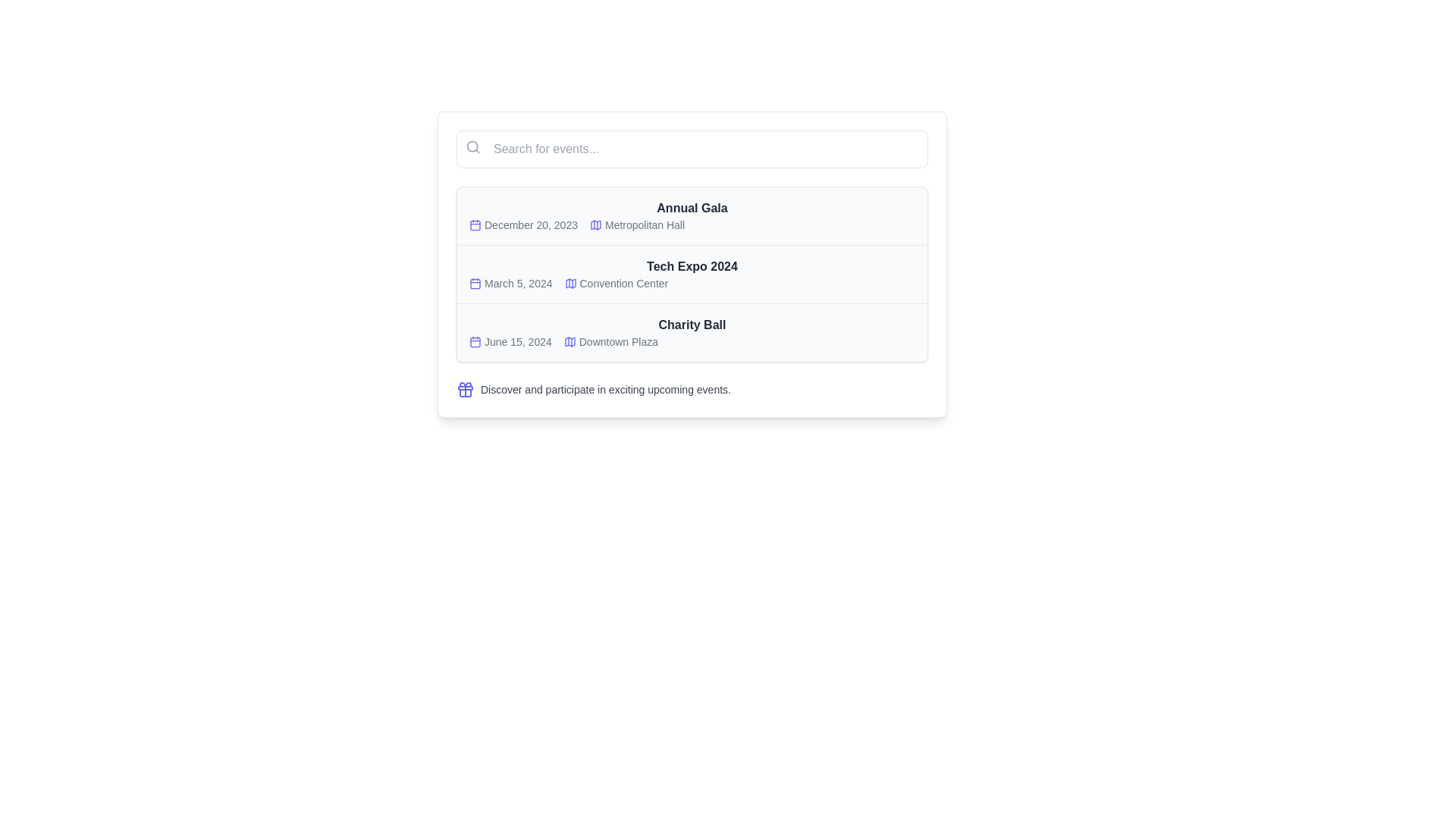  I want to click on the decorative icon representing the date or calendar event associated with 'December 20, 2023' for the 'Annual Gala', so click(475, 225).